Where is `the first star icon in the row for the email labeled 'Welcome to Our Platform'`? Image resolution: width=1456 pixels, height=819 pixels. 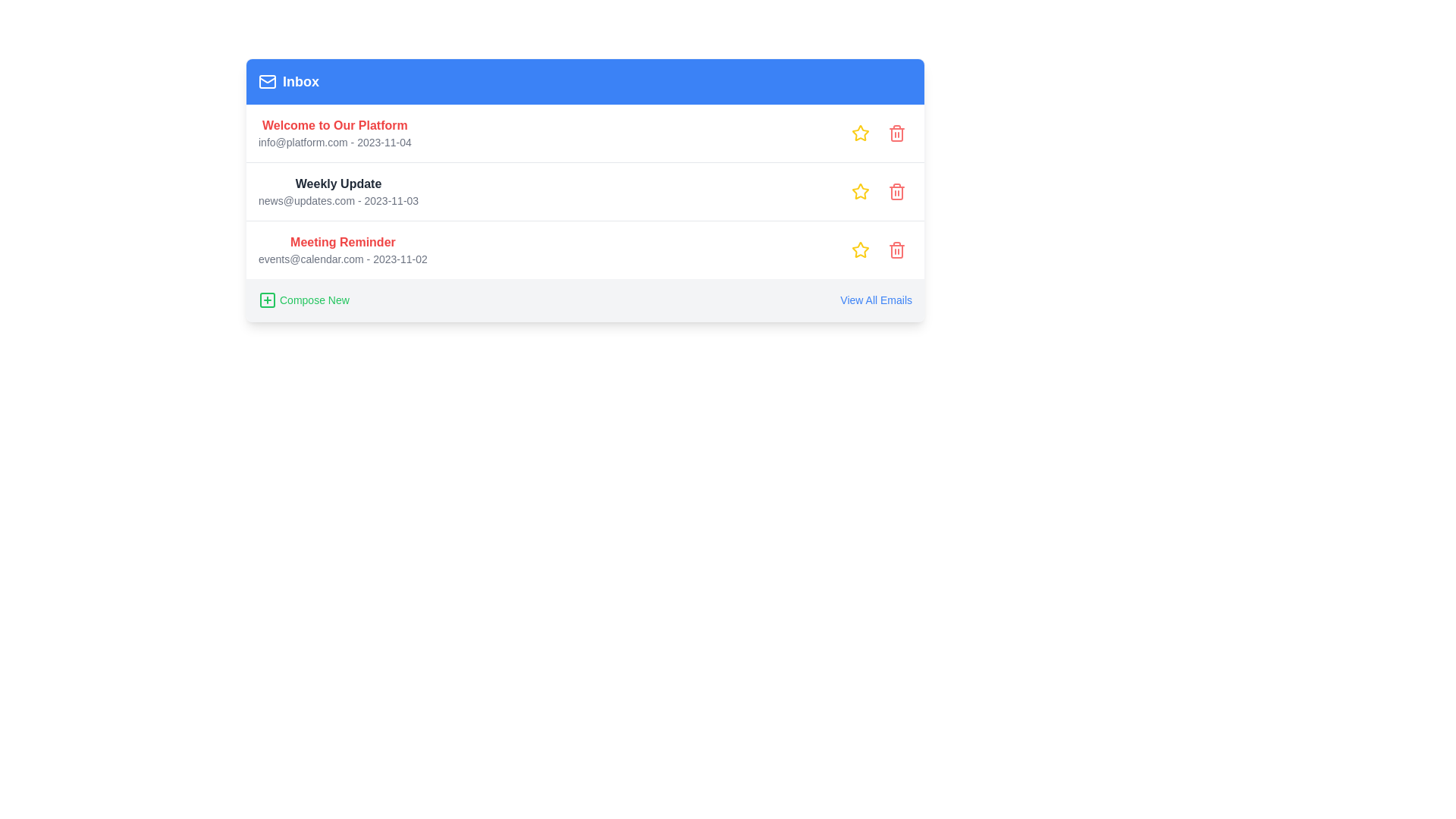
the first star icon in the row for the email labeled 'Welcome to Our Platform' is located at coordinates (860, 133).